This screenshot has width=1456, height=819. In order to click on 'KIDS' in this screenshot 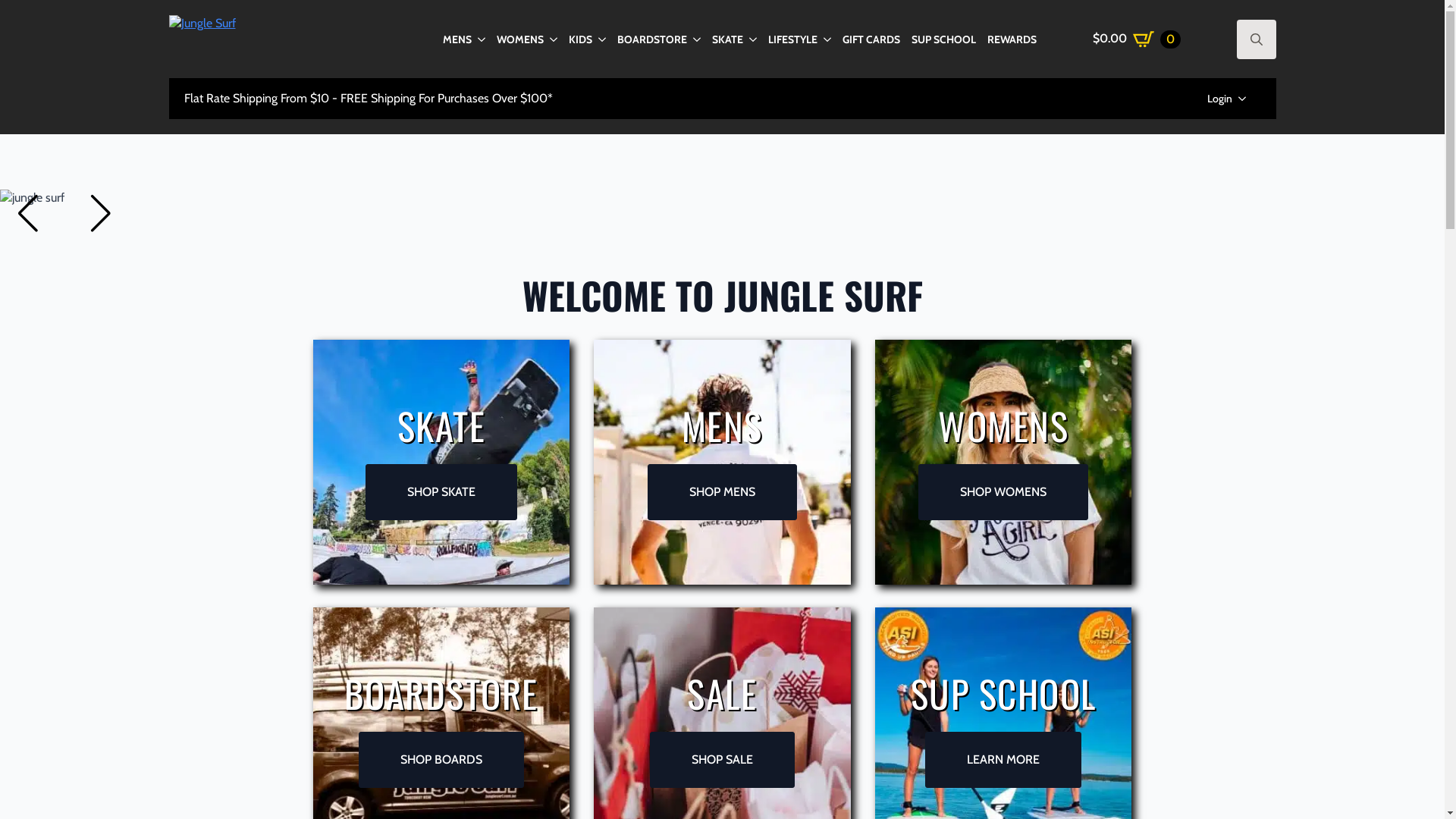, I will do `click(567, 37)`.